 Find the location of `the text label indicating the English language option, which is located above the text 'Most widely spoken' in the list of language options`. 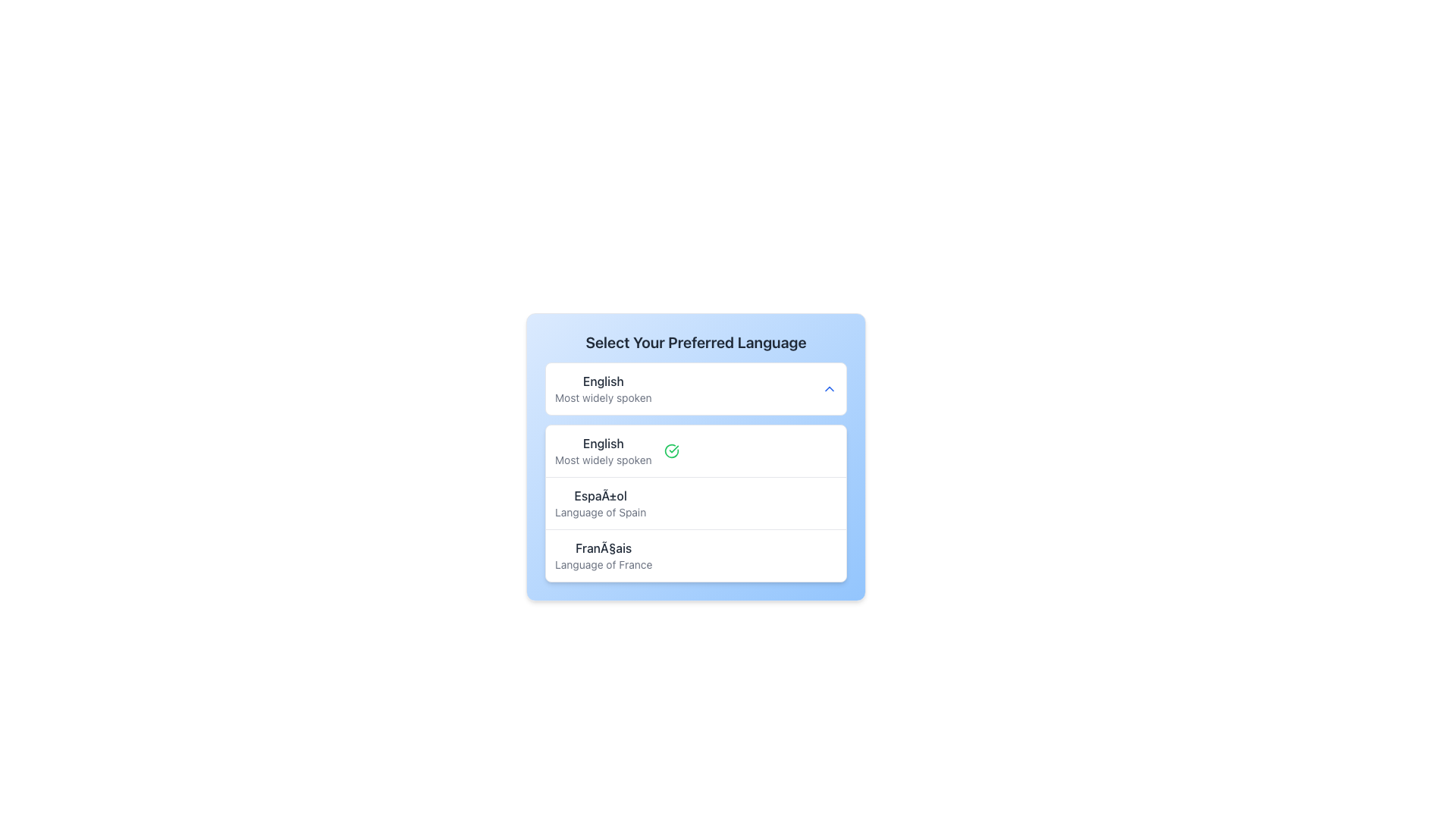

the text label indicating the English language option, which is located above the text 'Most widely spoken' in the list of language options is located at coordinates (602, 444).